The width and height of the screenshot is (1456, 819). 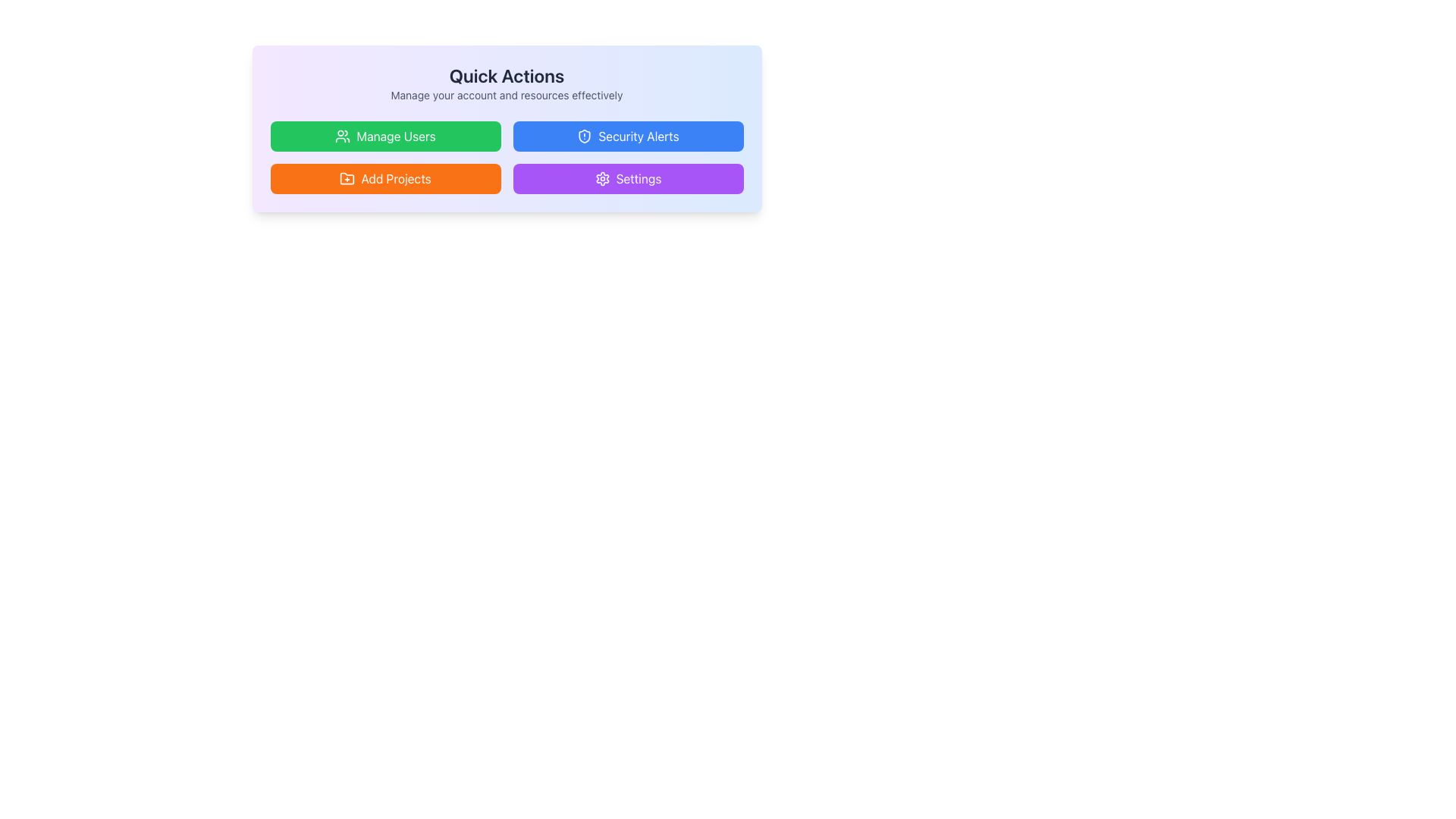 I want to click on the user management icon located to the left of the text in the green 'Manage Users' button, so click(x=342, y=136).